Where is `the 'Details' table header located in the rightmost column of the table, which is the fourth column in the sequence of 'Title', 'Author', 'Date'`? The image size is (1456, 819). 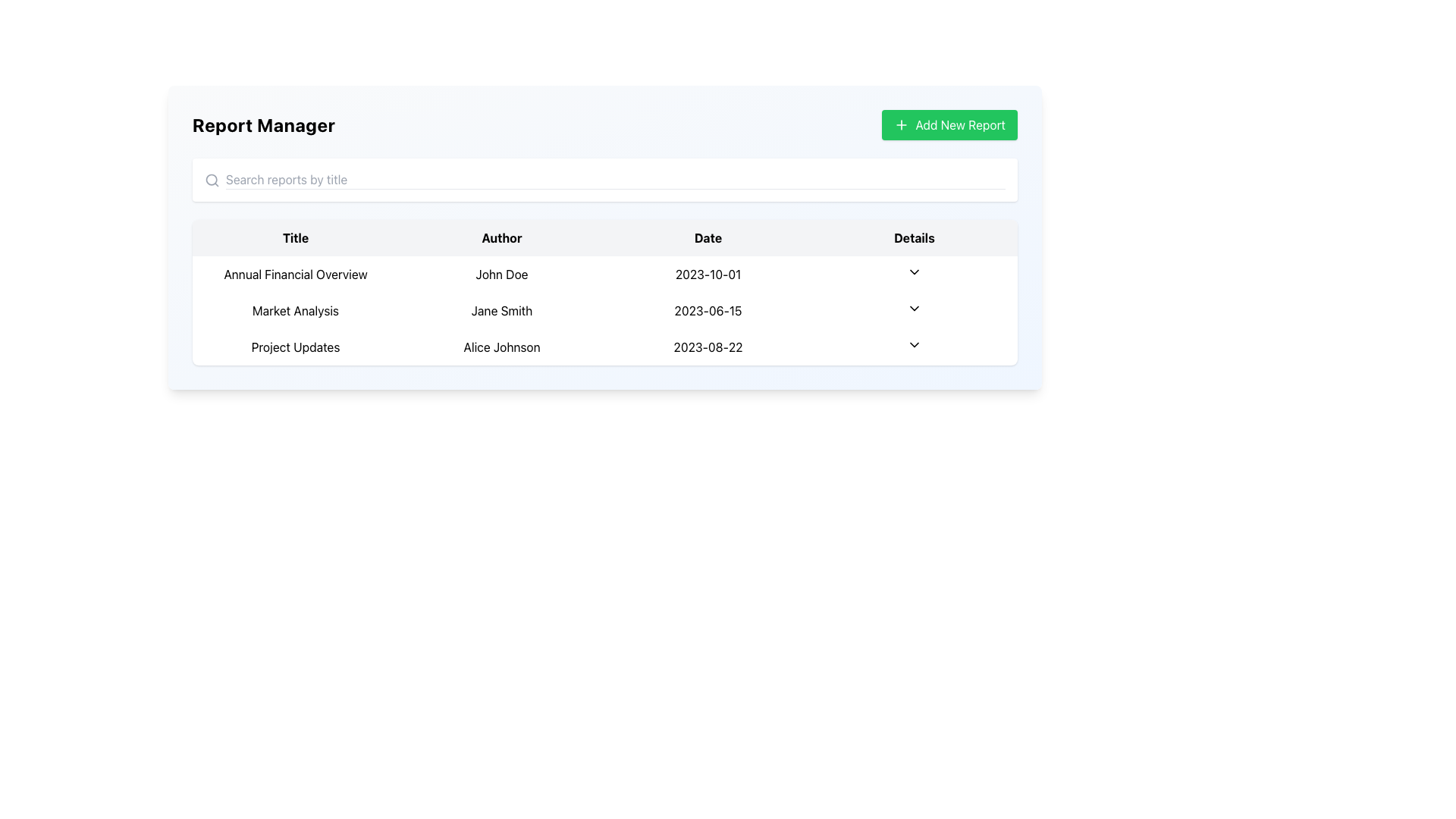
the 'Details' table header located in the rightmost column of the table, which is the fourth column in the sequence of 'Title', 'Author', 'Date' is located at coordinates (913, 237).